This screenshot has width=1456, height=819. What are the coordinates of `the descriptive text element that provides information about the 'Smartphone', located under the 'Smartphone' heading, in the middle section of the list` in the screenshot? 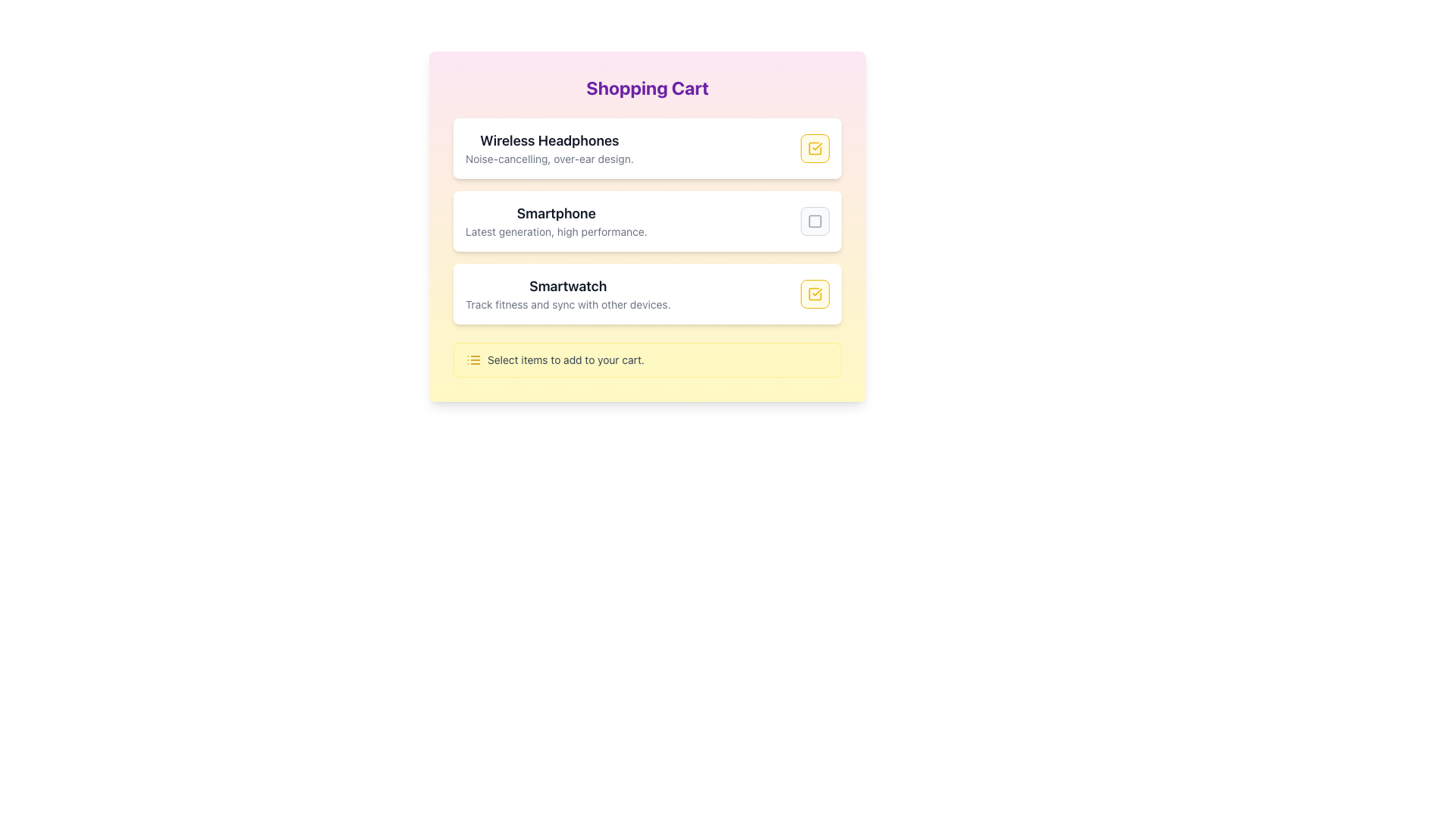 It's located at (555, 231).